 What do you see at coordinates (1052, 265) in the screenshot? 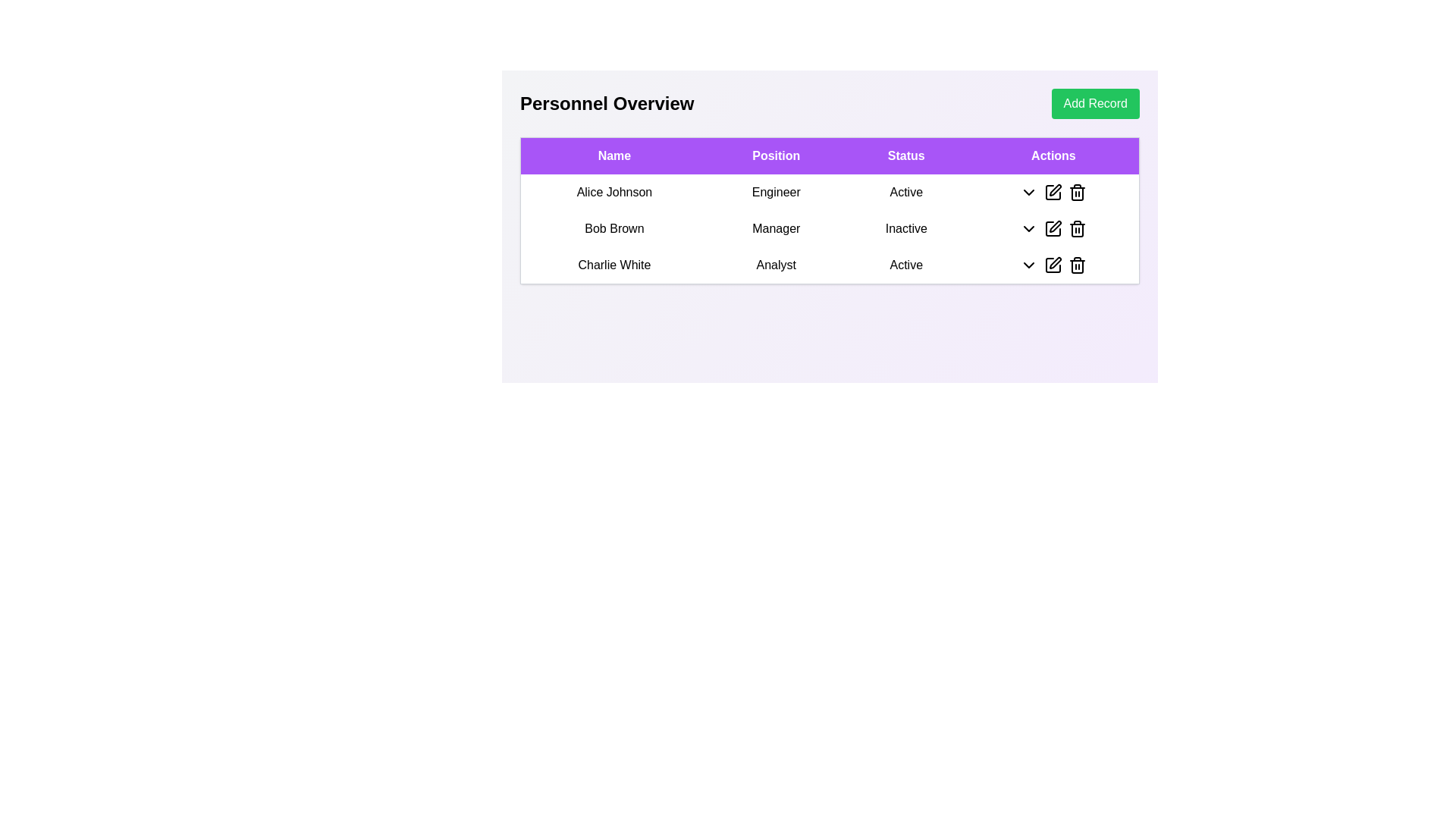
I see `the pencil icon in the Action Button Group for the row entry of 'Charlie White'` at bounding box center [1052, 265].